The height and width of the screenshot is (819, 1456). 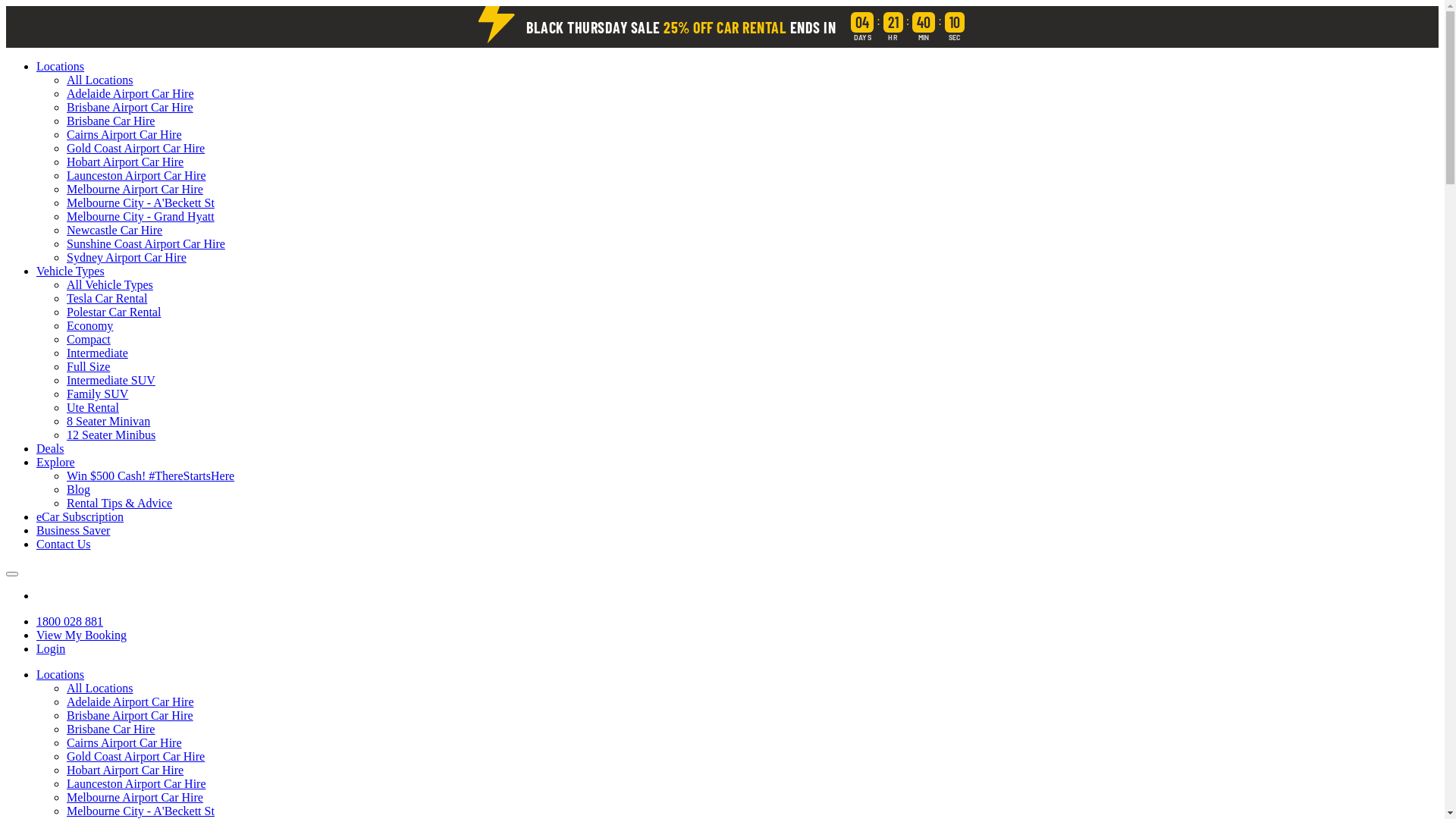 I want to click on 'All Vehicle Types', so click(x=108, y=284).